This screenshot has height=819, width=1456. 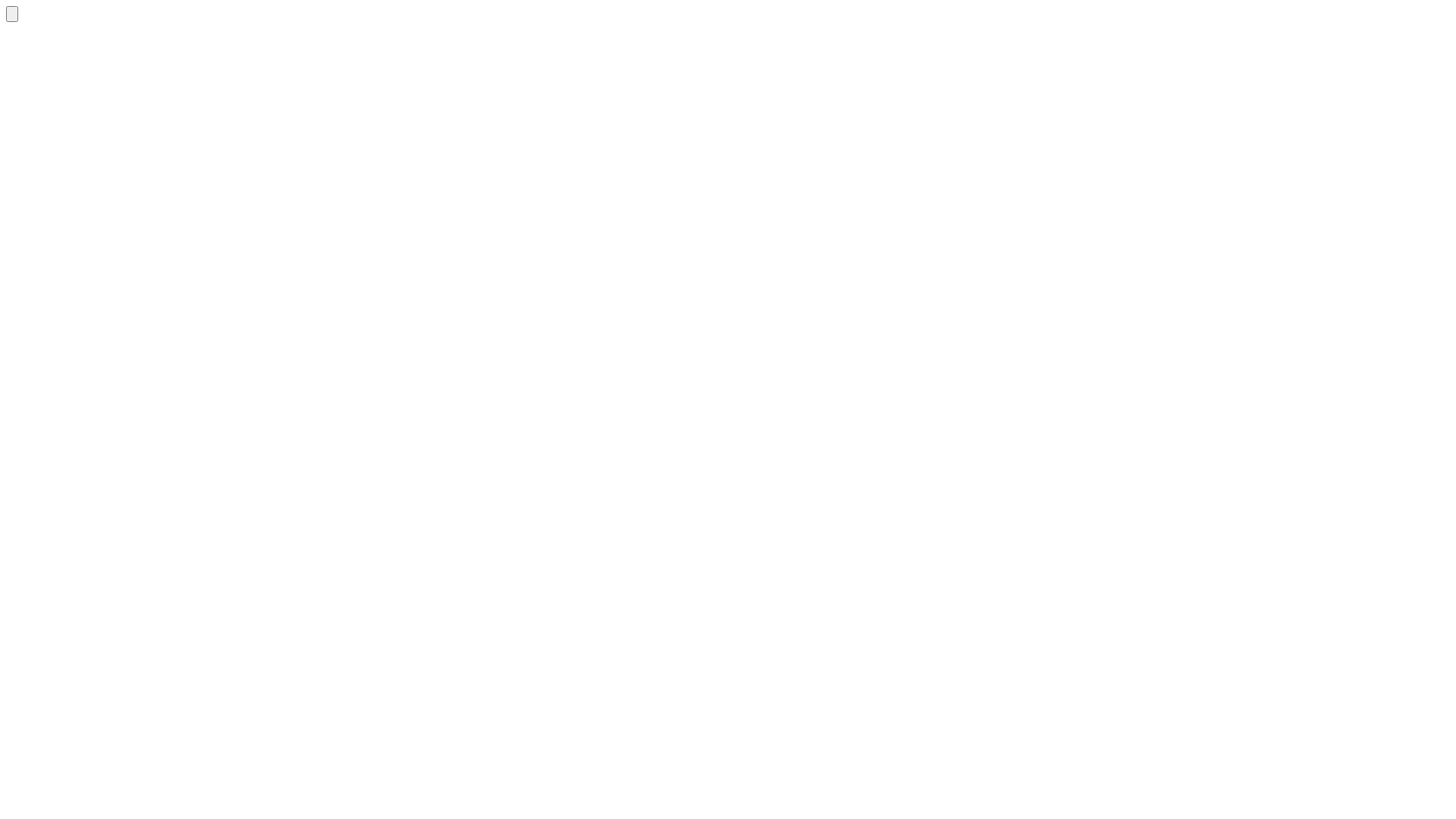 I want to click on 'Audacy Logo', so click(x=6, y=14).